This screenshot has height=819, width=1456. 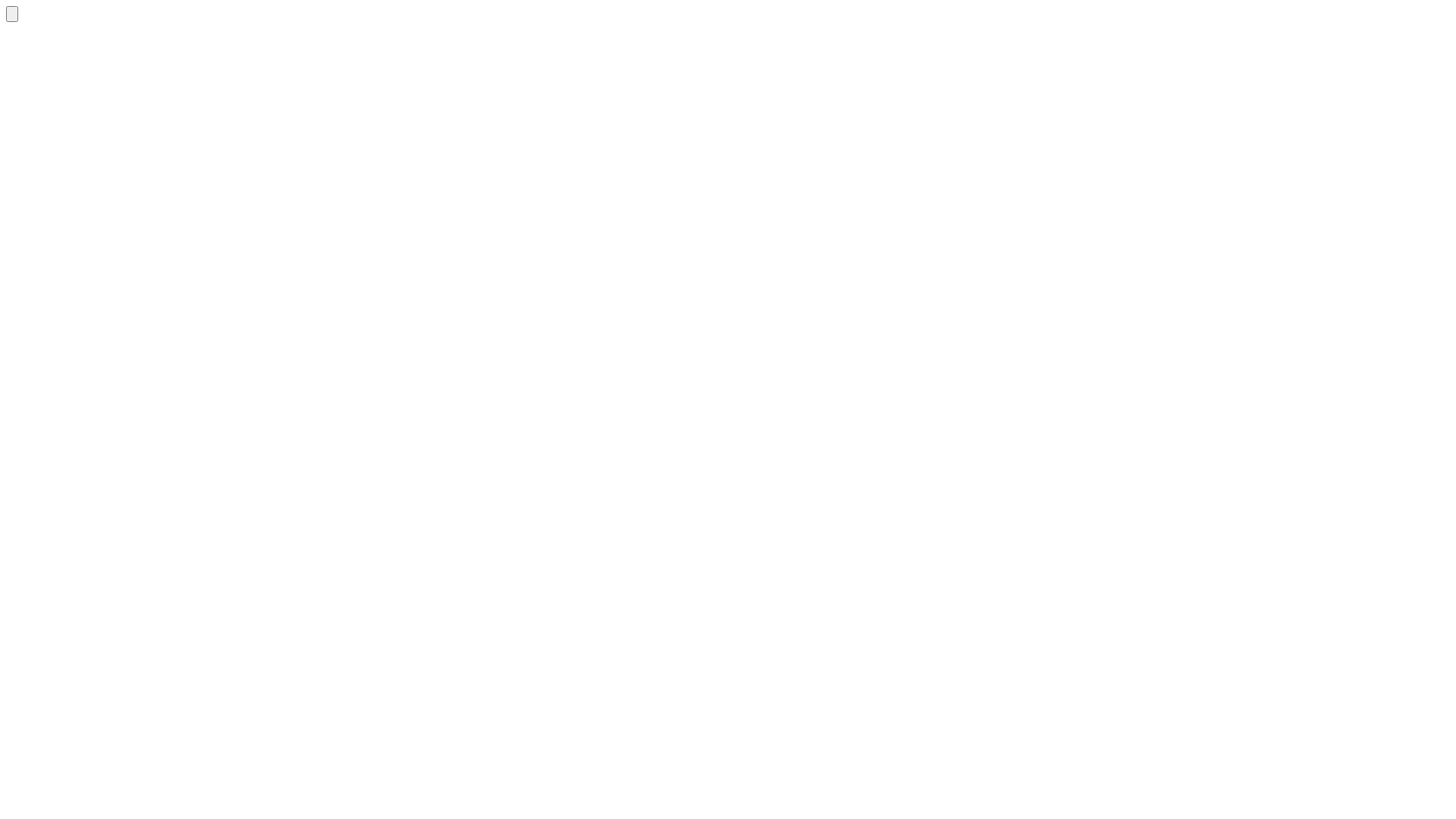 I want to click on 'Audacy Logo', so click(x=6, y=14).